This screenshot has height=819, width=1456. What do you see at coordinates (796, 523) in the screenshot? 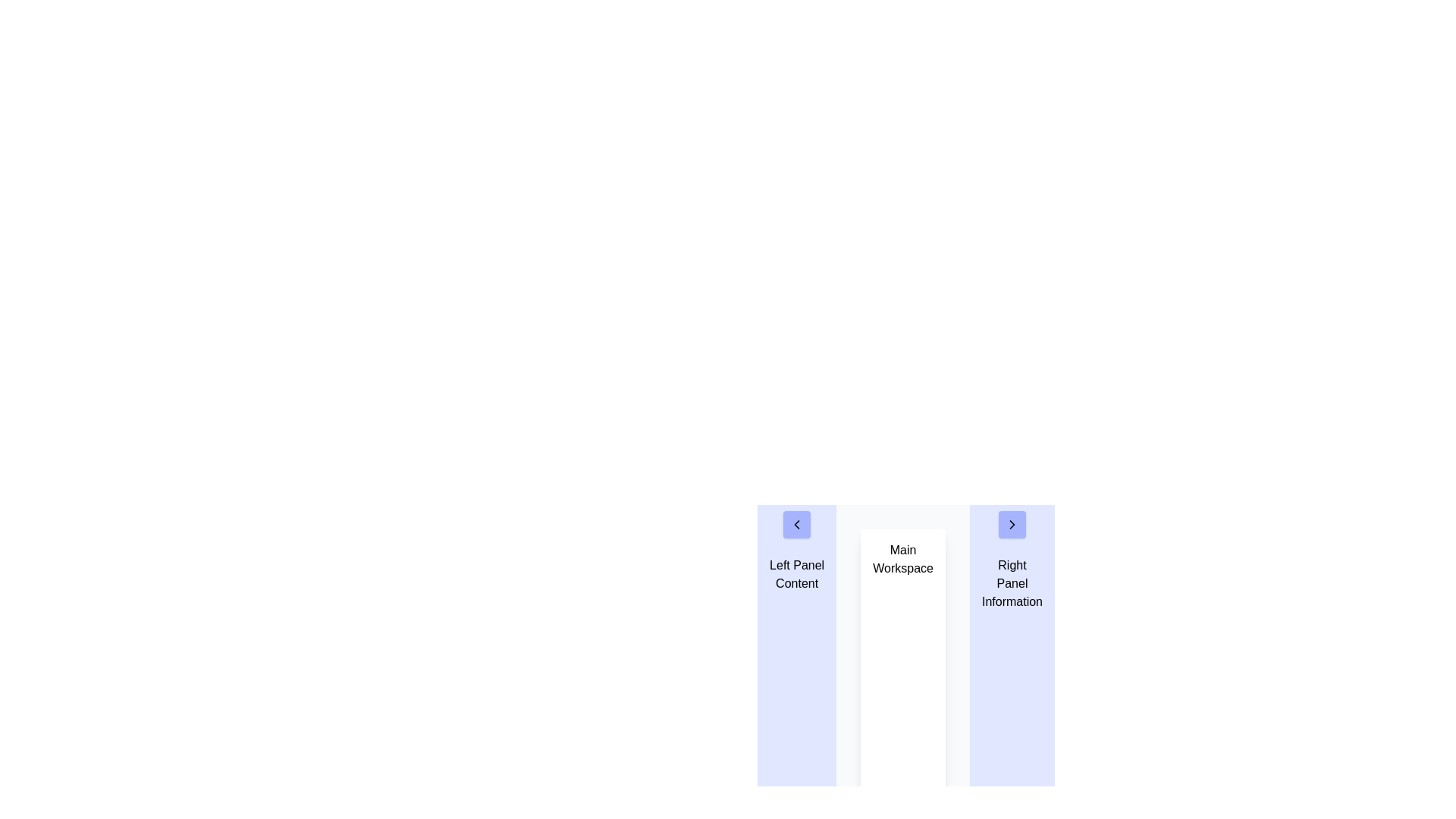
I see `the left-pointing chevron icon button located at the top-left of the left-side panel` at bounding box center [796, 523].